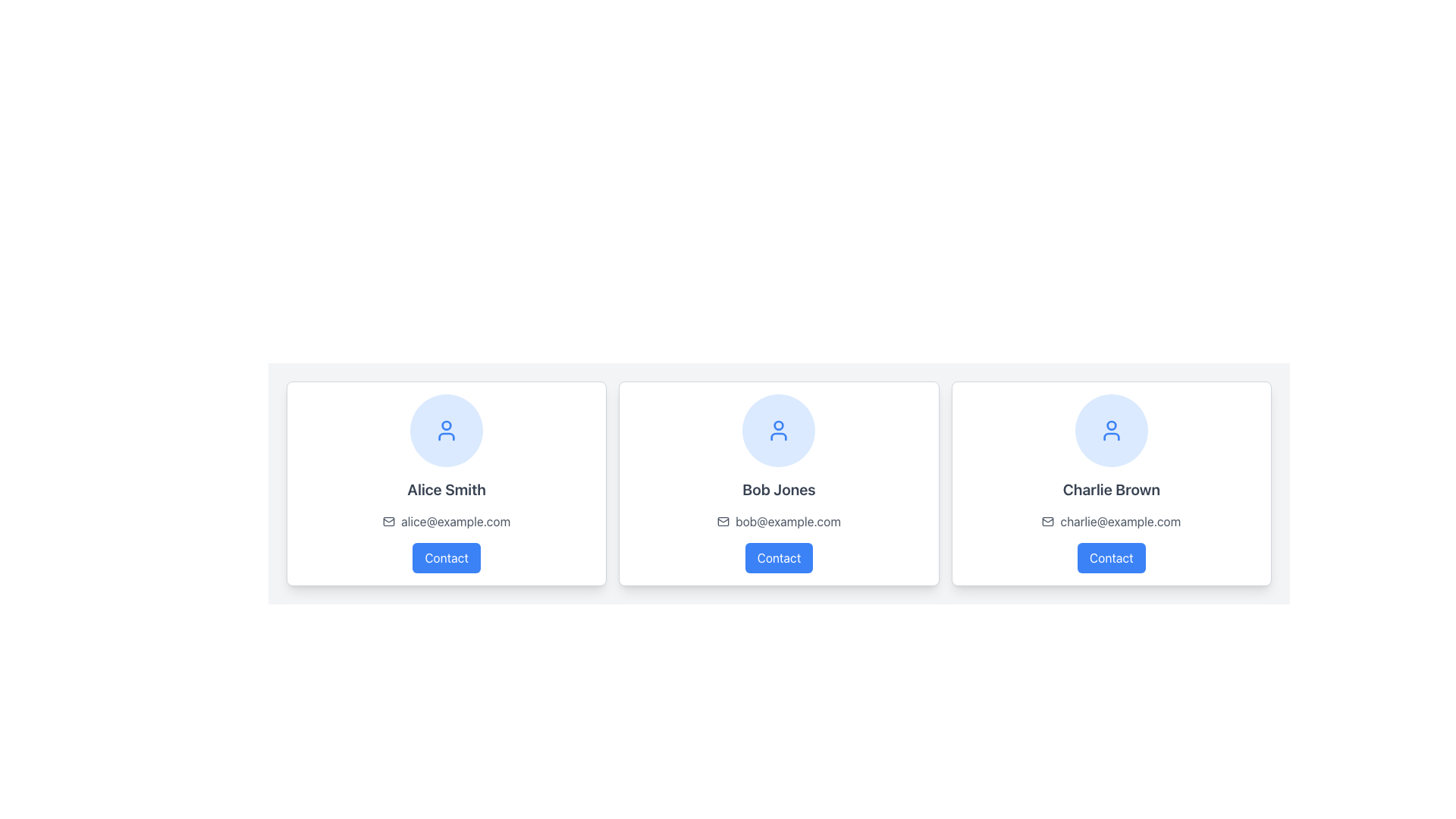 The image size is (1456, 819). What do you see at coordinates (1111, 483) in the screenshot?
I see `information presented in the card which contains the user's name 'Charlie Brown' and email 'charlie@example.com' along with a 'Contact' button at the bottom` at bounding box center [1111, 483].